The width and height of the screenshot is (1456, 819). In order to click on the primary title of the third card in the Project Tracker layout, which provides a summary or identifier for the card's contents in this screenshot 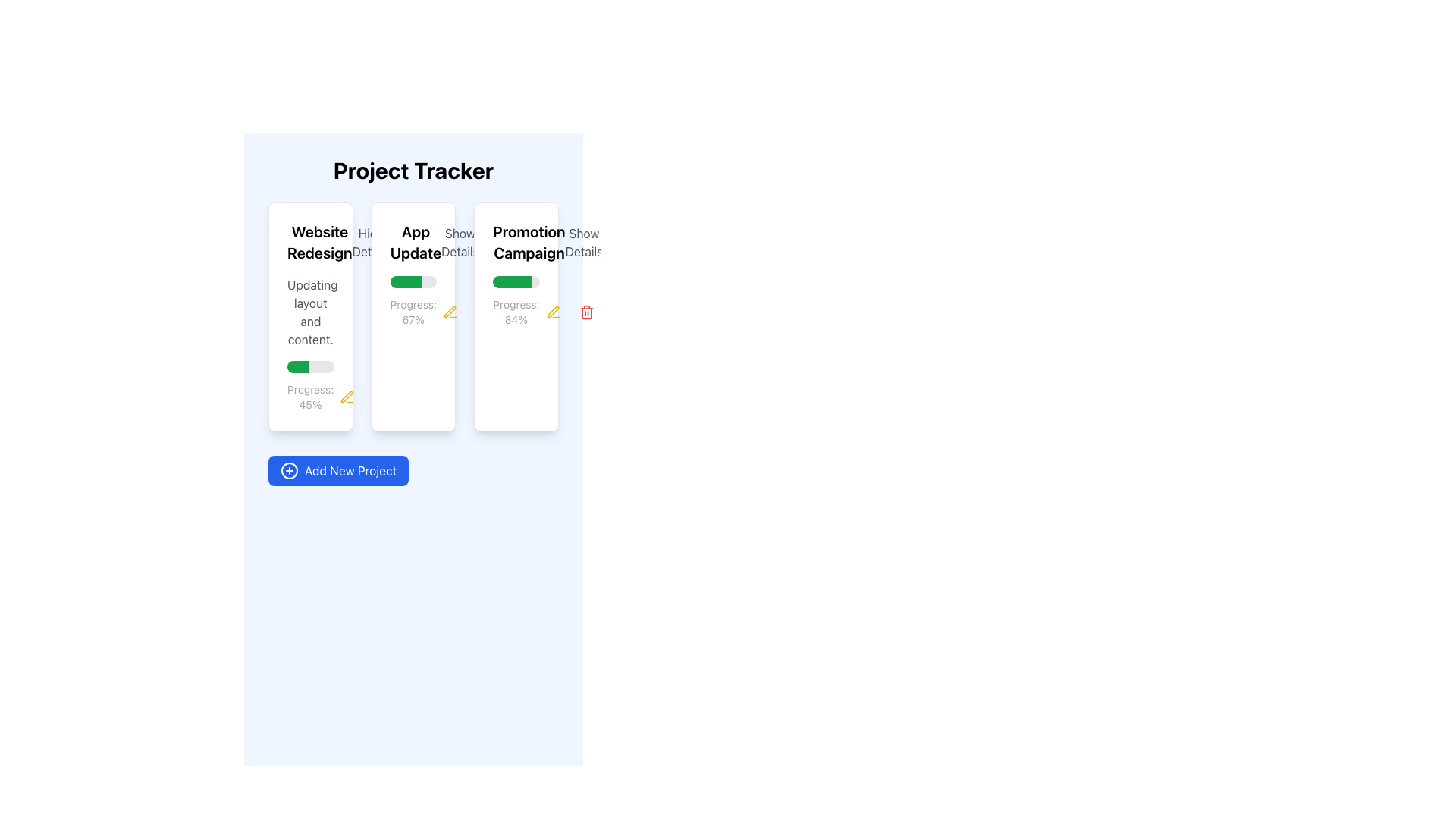, I will do `click(529, 242)`.